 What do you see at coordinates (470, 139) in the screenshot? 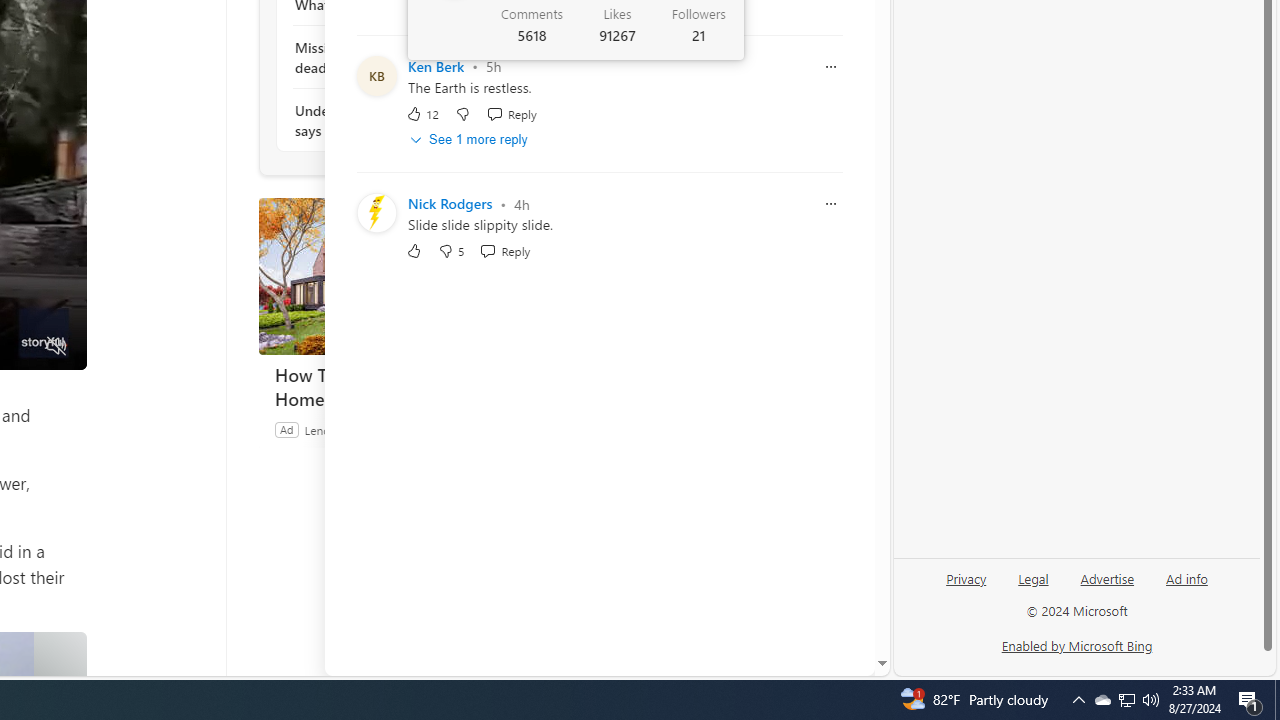
I see `'See 1 more reply'` at bounding box center [470, 139].